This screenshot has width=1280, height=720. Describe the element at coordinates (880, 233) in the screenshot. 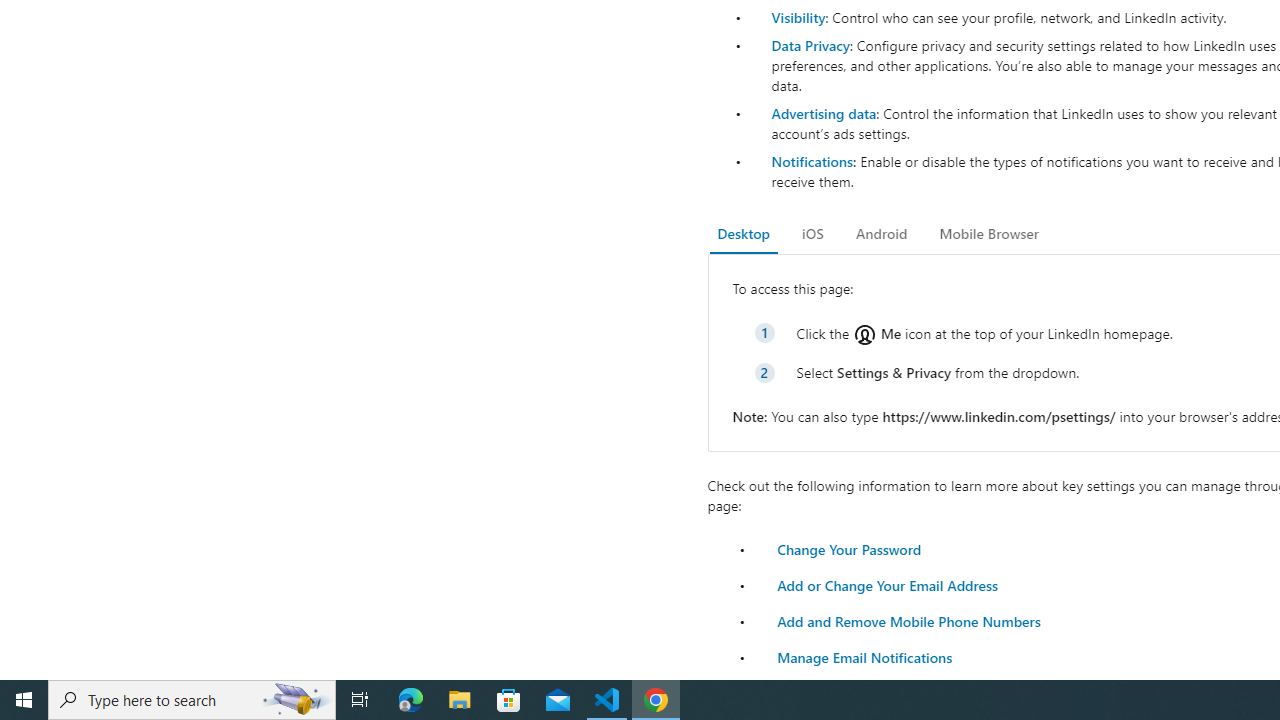

I see `'Android'` at that location.